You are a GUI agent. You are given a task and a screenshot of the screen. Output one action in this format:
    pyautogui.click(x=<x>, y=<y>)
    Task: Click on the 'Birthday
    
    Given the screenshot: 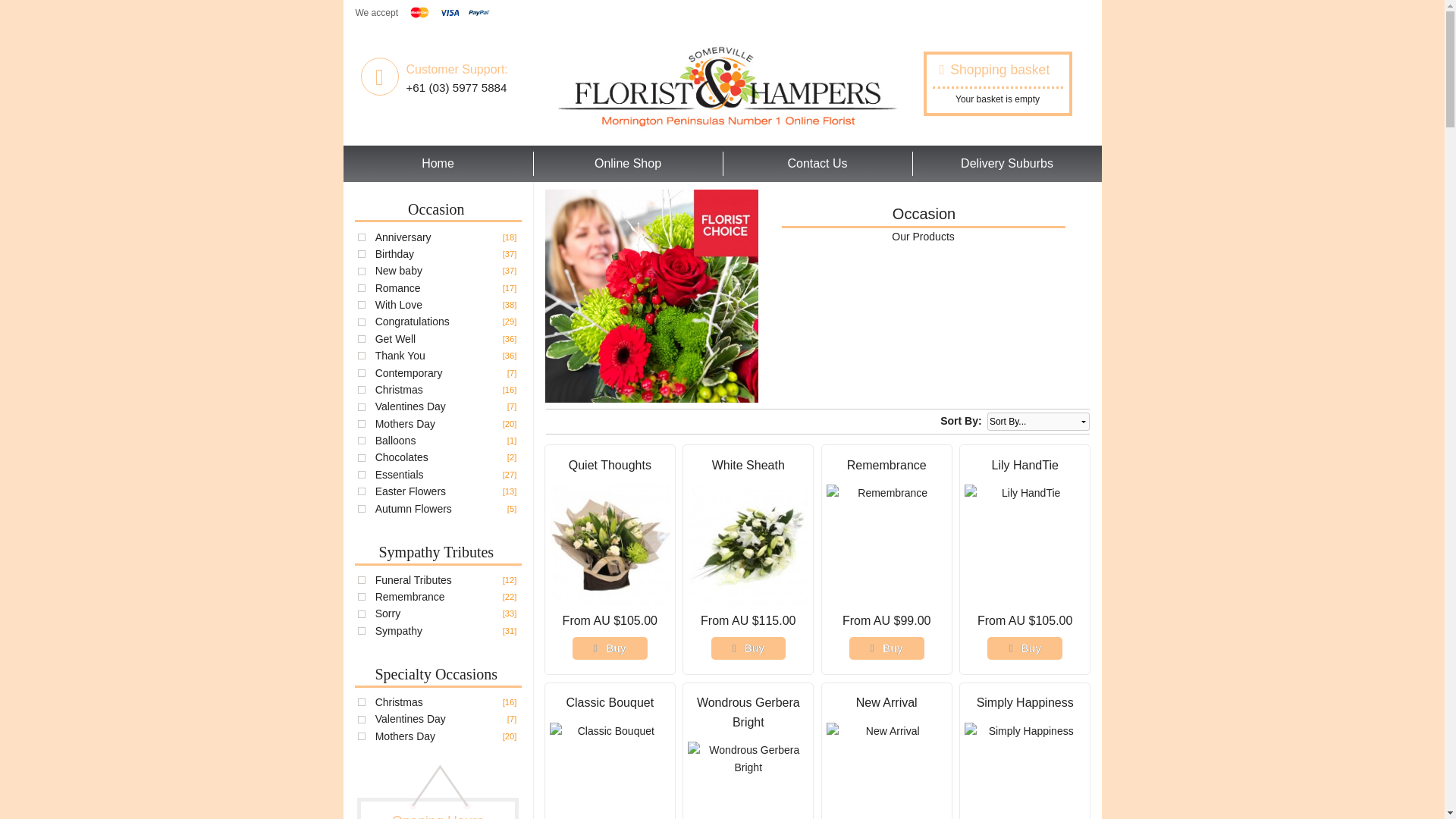 What is the action you would take?
    pyautogui.click(x=394, y=253)
    